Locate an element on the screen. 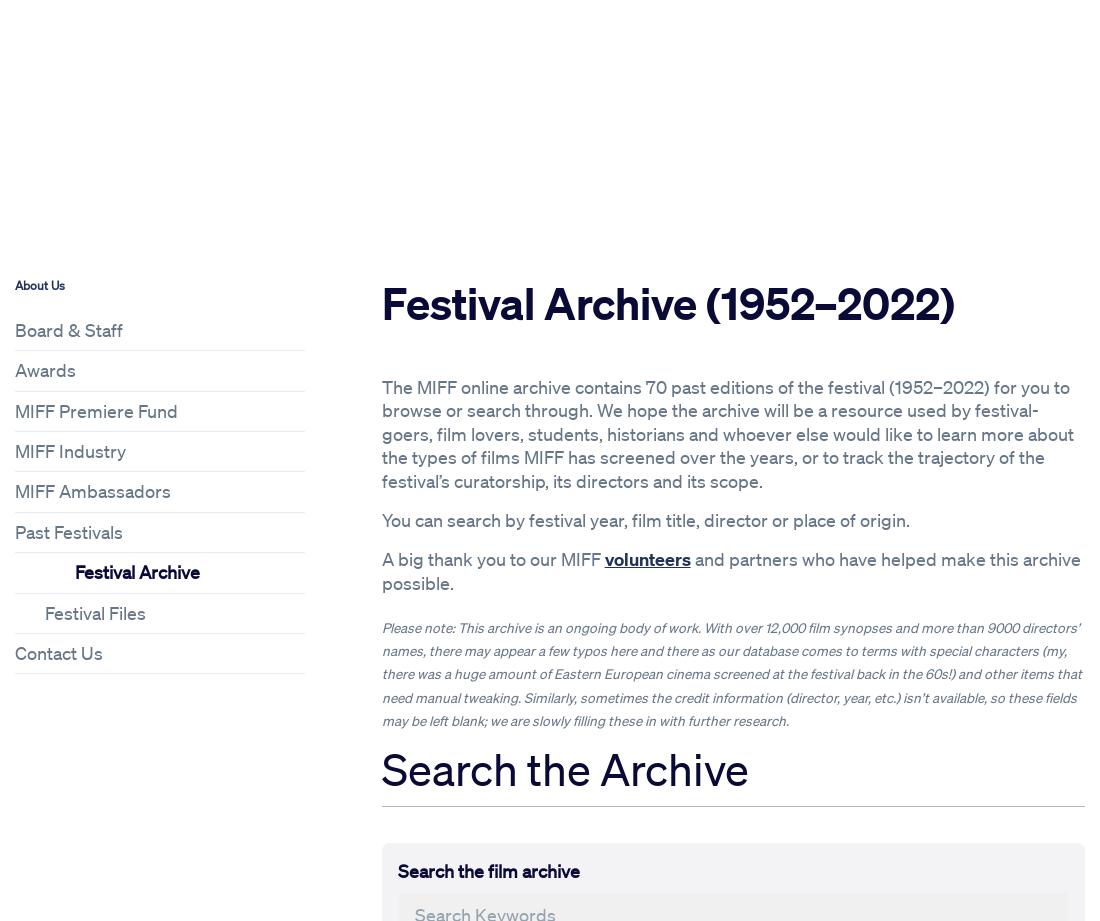 This screenshot has height=921, width=1100. 'Awards' is located at coordinates (44, 369).